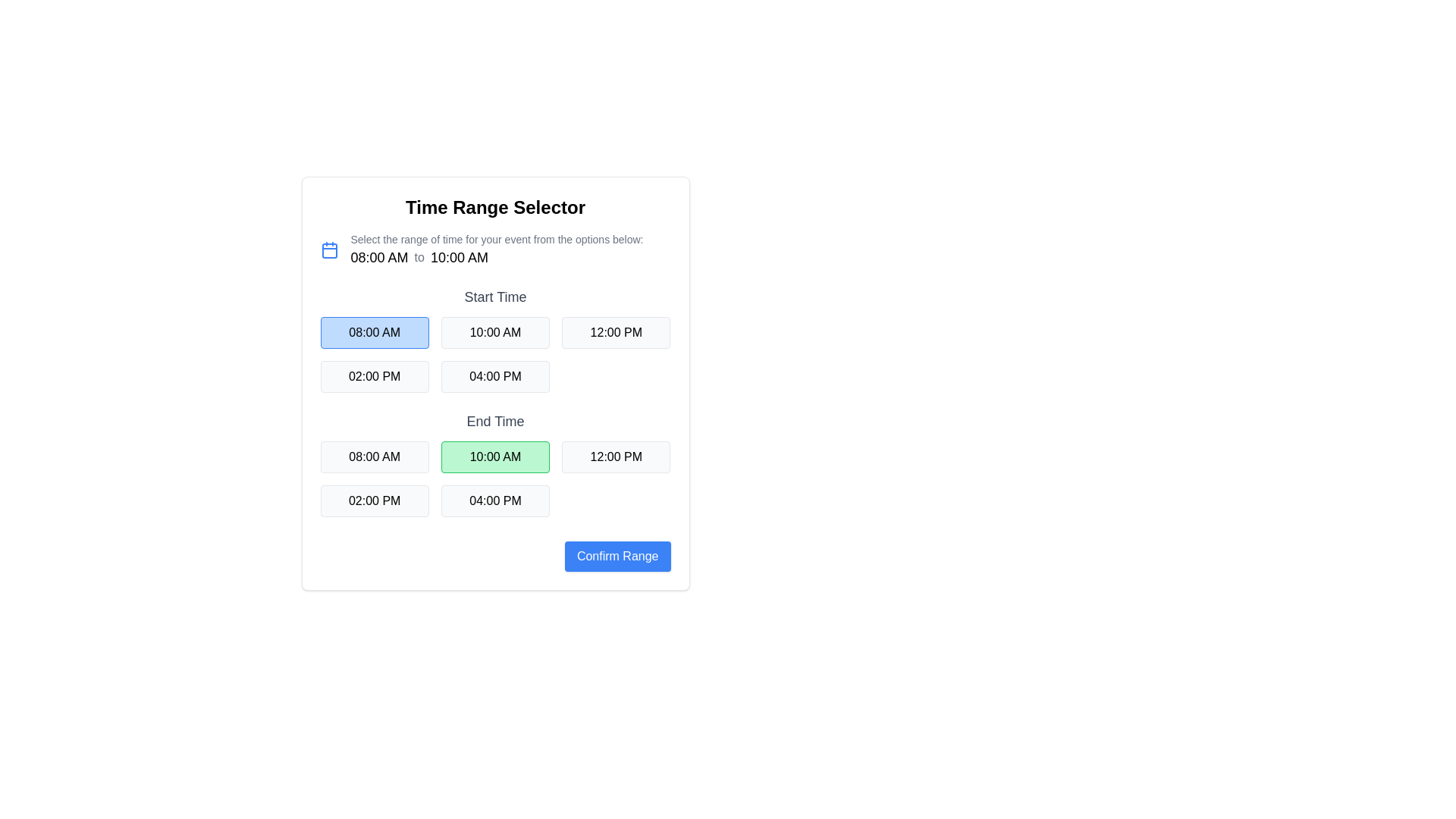  What do you see at coordinates (616, 456) in the screenshot?
I see `the button labeled '12:00 PM' with a light gray background for interaction` at bounding box center [616, 456].